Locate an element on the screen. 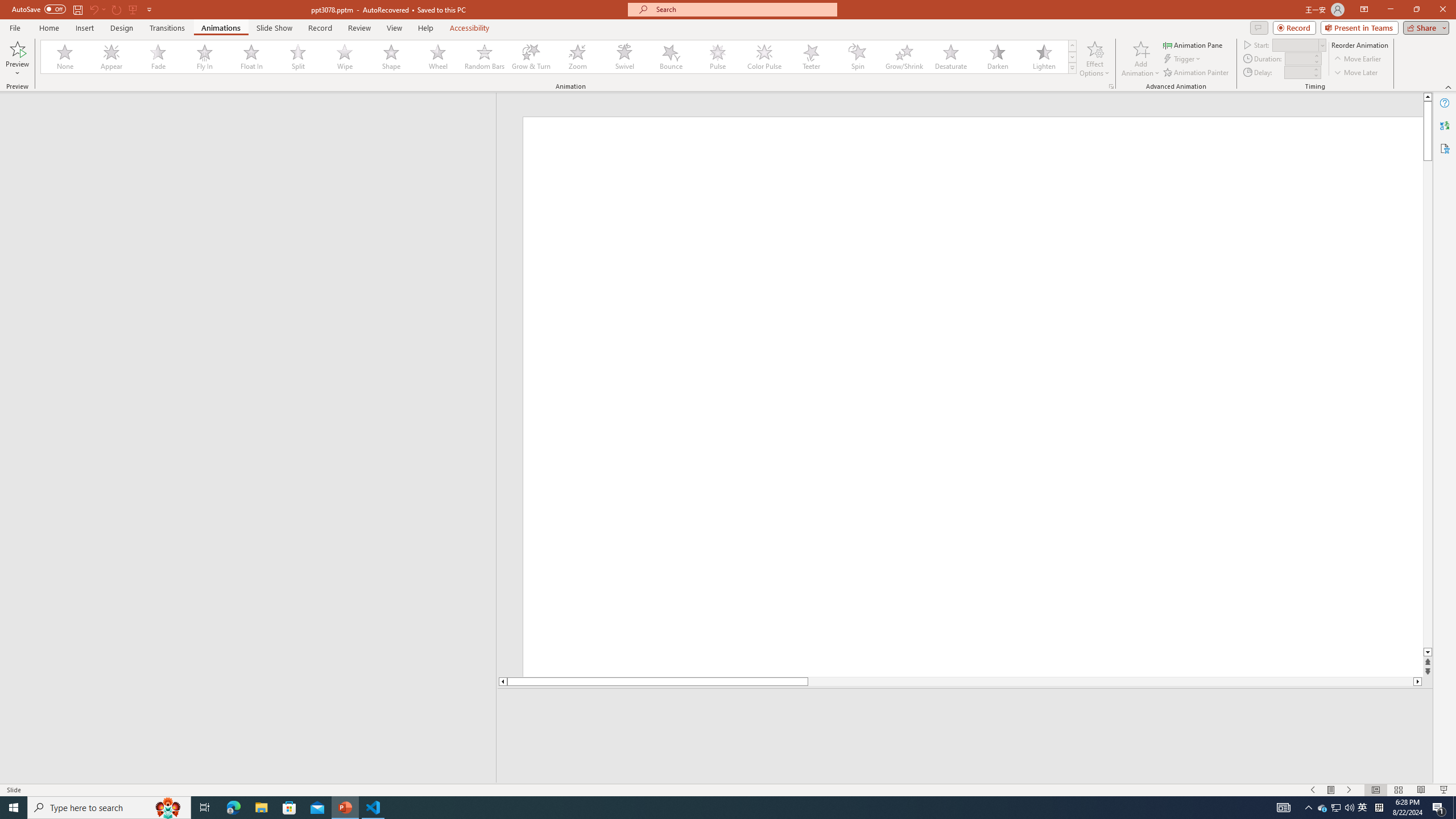 The width and height of the screenshot is (1456, 819). 'Lighten' is located at coordinates (1043, 56).